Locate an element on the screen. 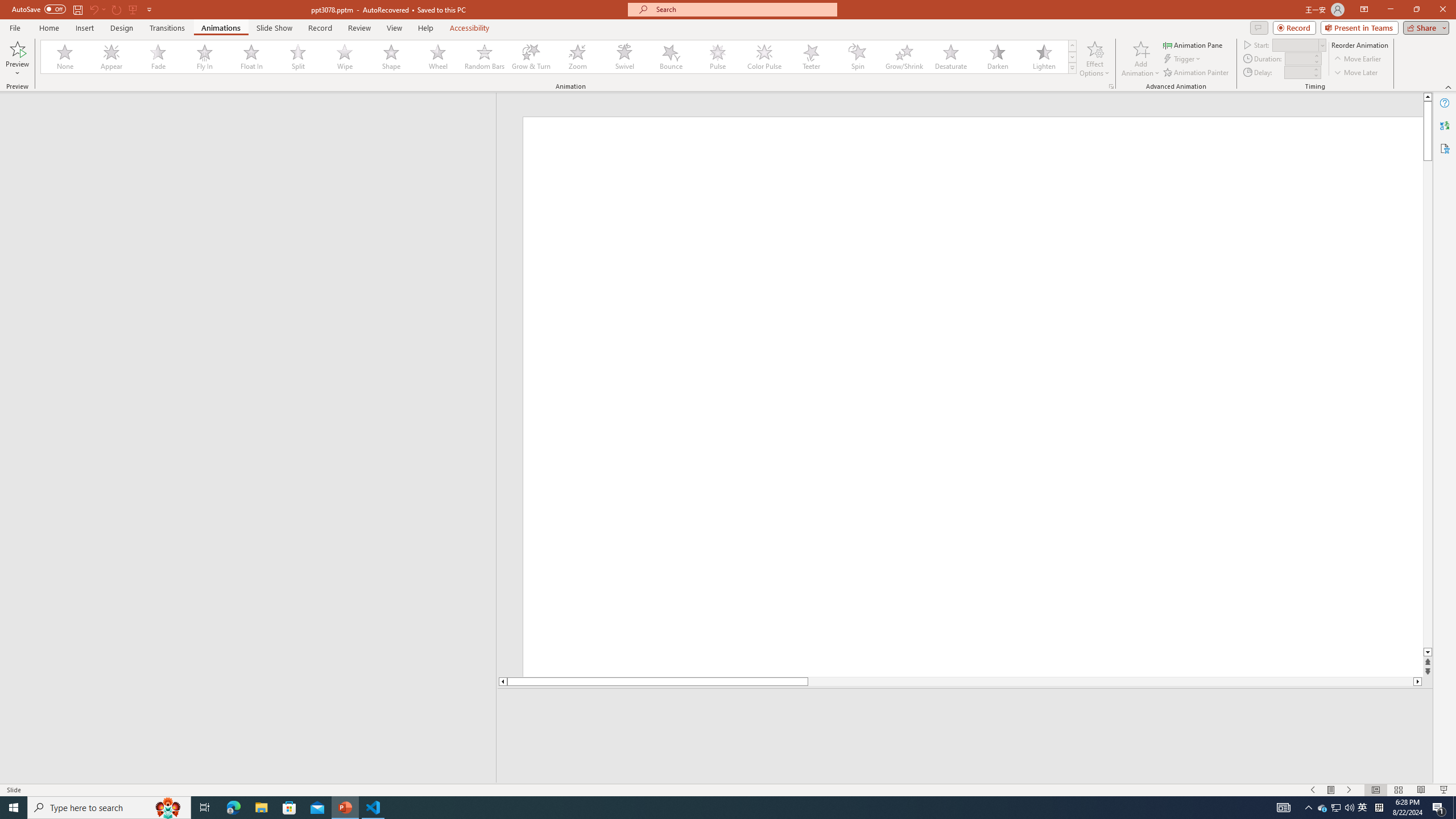 The width and height of the screenshot is (1456, 819). 'Lighten' is located at coordinates (1043, 56).